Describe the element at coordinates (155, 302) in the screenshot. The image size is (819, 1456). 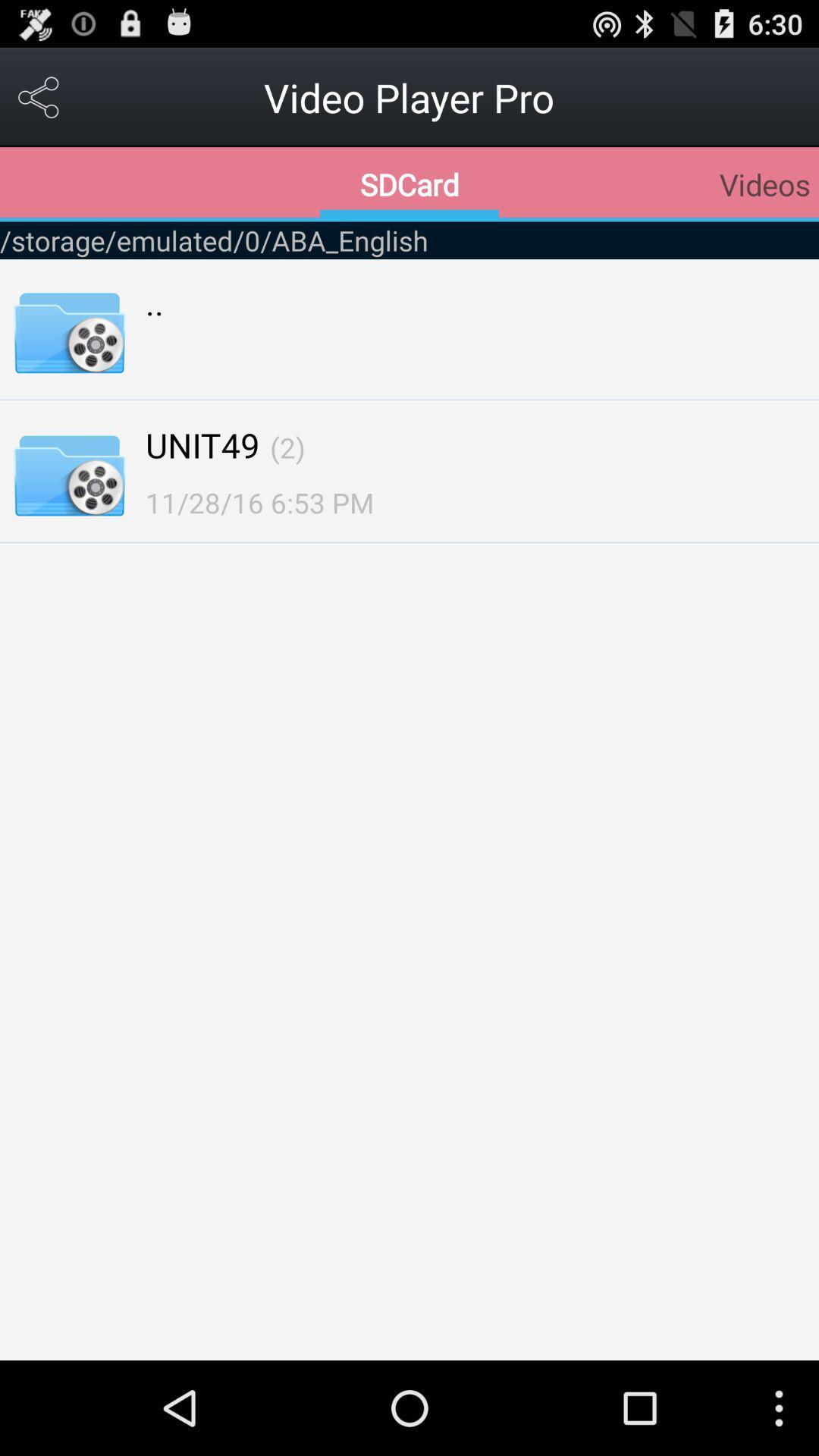
I see `icon above unit49` at that location.